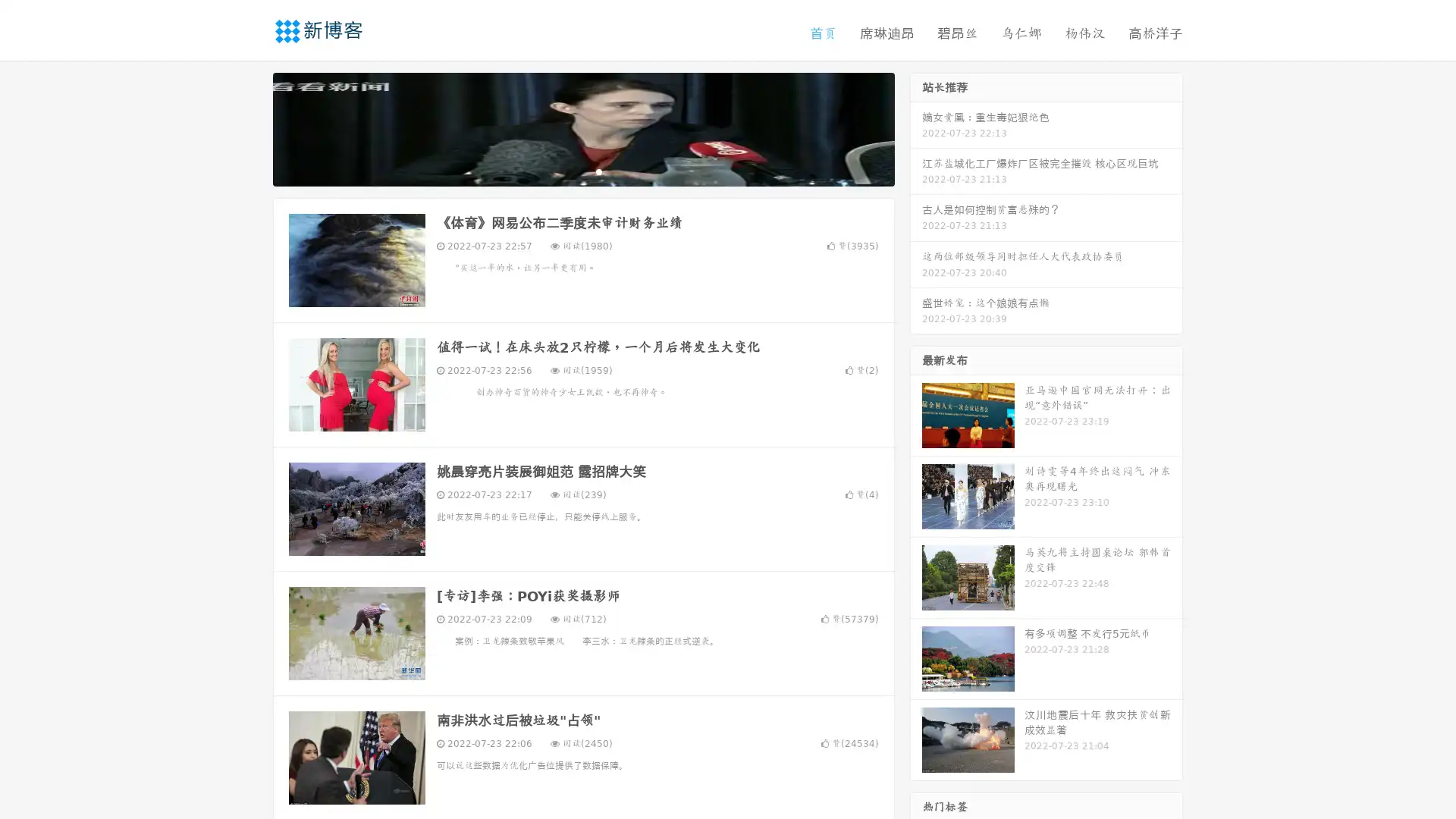  I want to click on Go to slide 3, so click(598, 171).